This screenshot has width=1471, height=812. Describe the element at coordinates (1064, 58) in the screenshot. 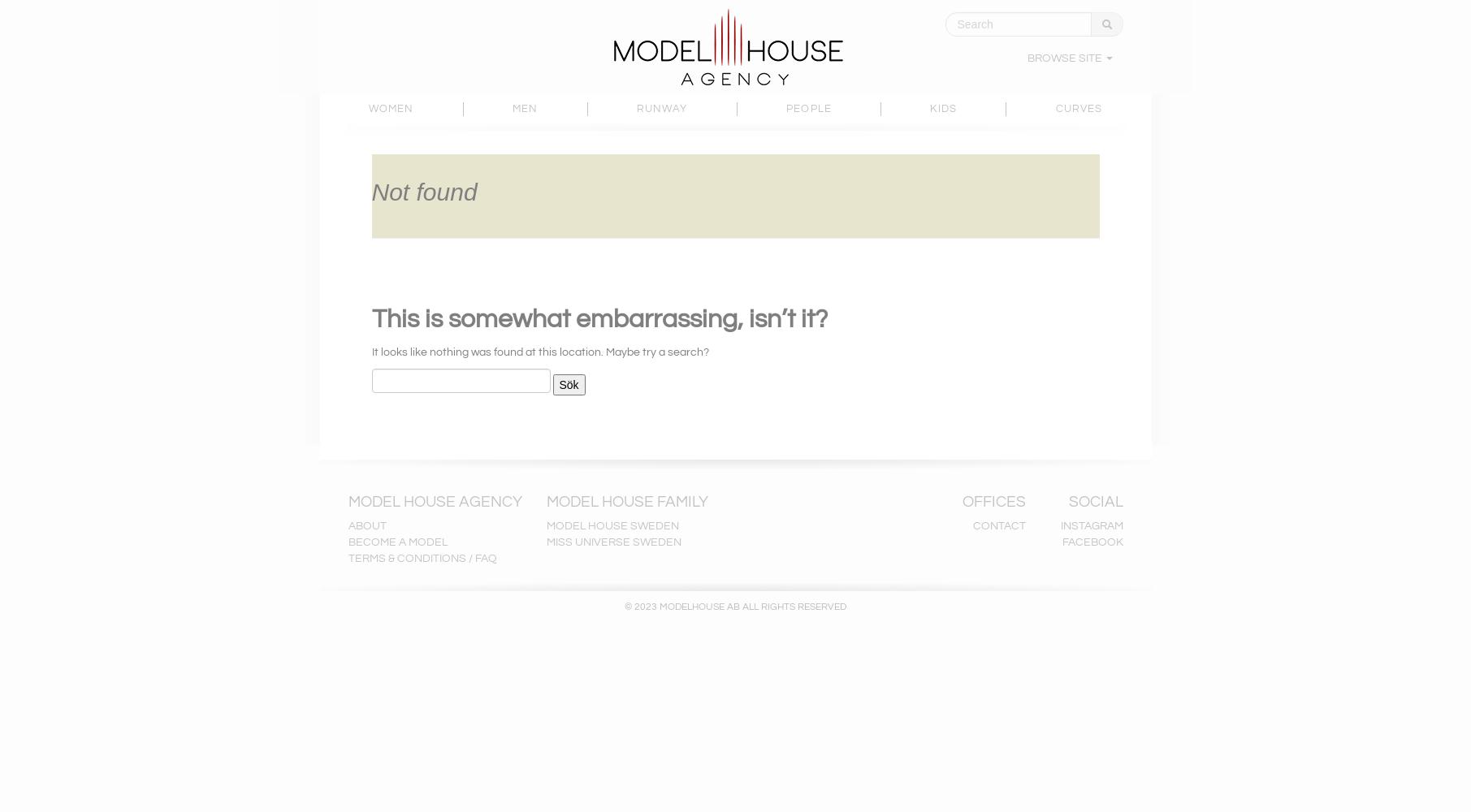

I see `'BROWSE SITE'` at that location.